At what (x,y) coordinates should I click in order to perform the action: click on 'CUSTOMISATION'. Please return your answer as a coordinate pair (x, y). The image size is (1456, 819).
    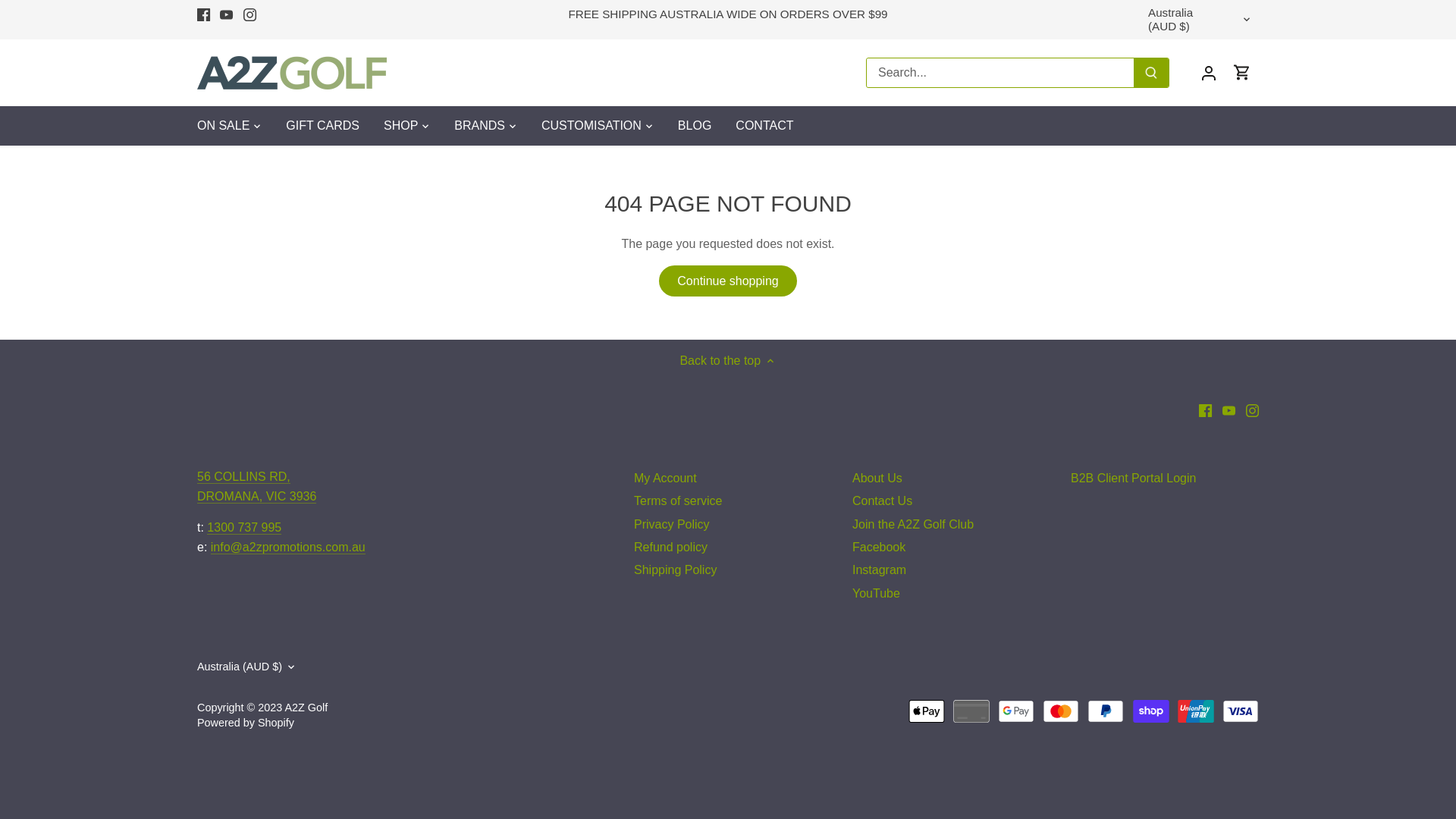
    Looking at the image, I should click on (529, 125).